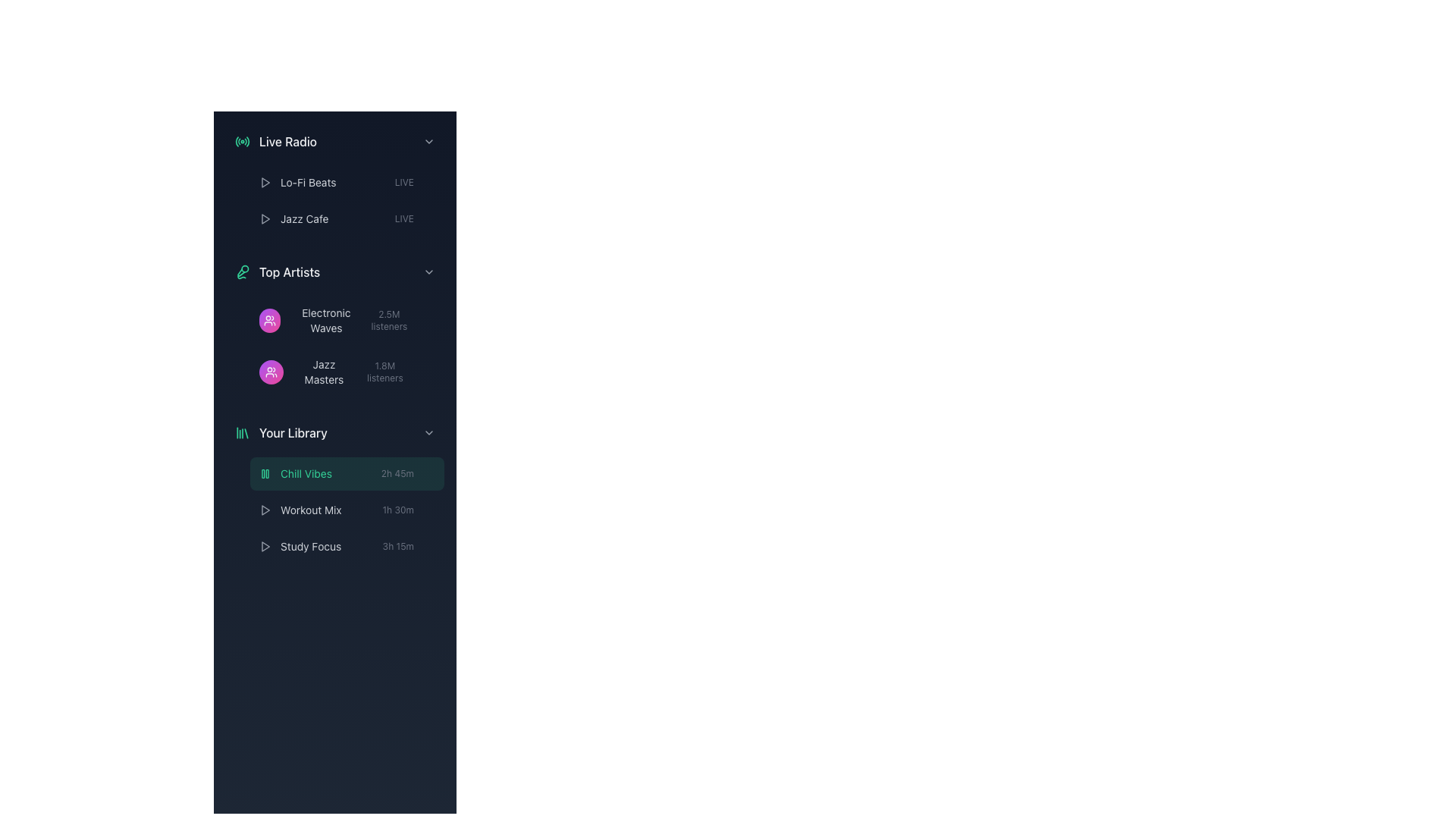 This screenshot has height=819, width=1456. Describe the element at coordinates (346, 181) in the screenshot. I see `the live radio station link 'Lo-Fi Beats'` at that location.